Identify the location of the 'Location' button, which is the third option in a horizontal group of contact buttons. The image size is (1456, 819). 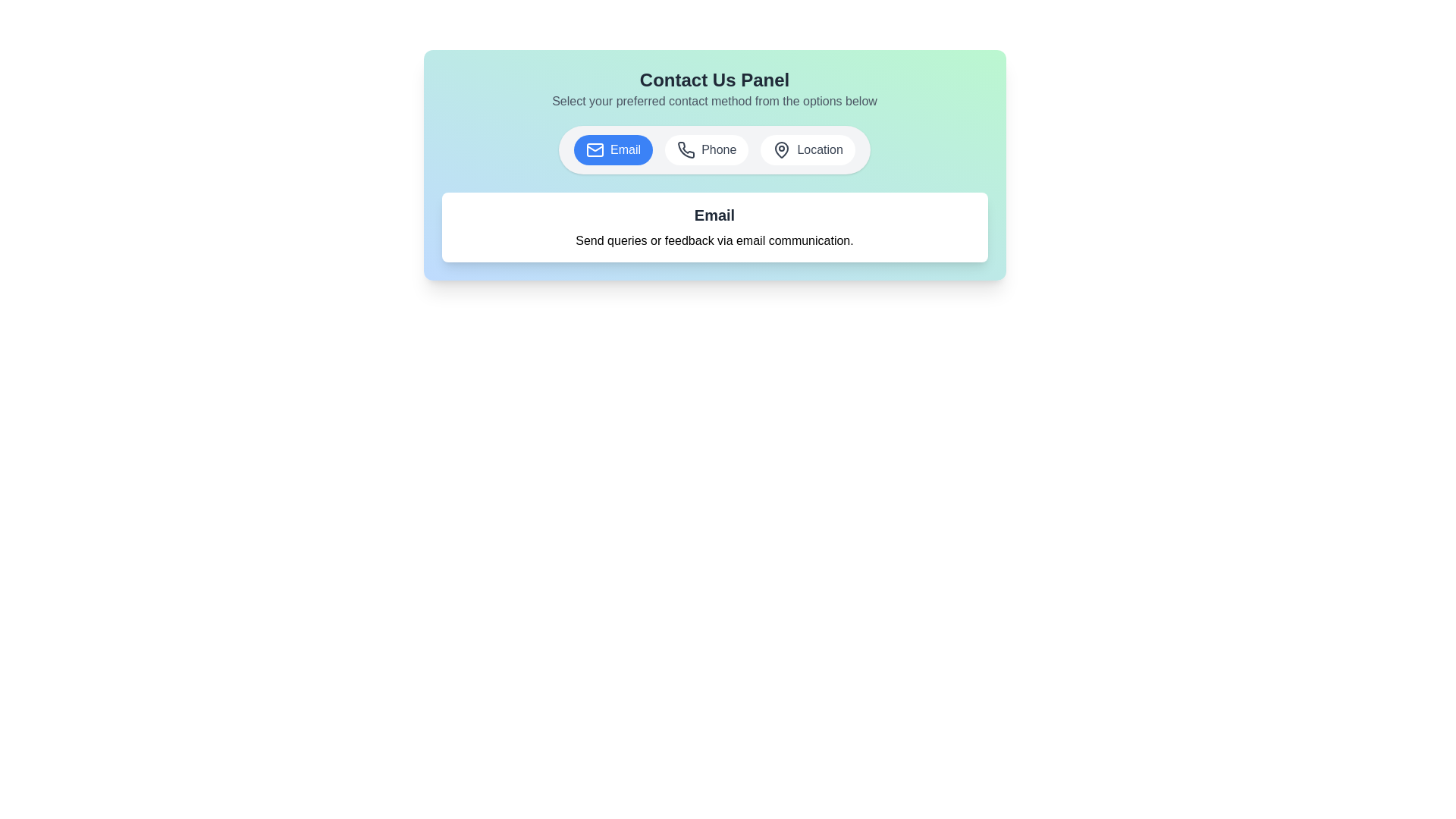
(782, 149).